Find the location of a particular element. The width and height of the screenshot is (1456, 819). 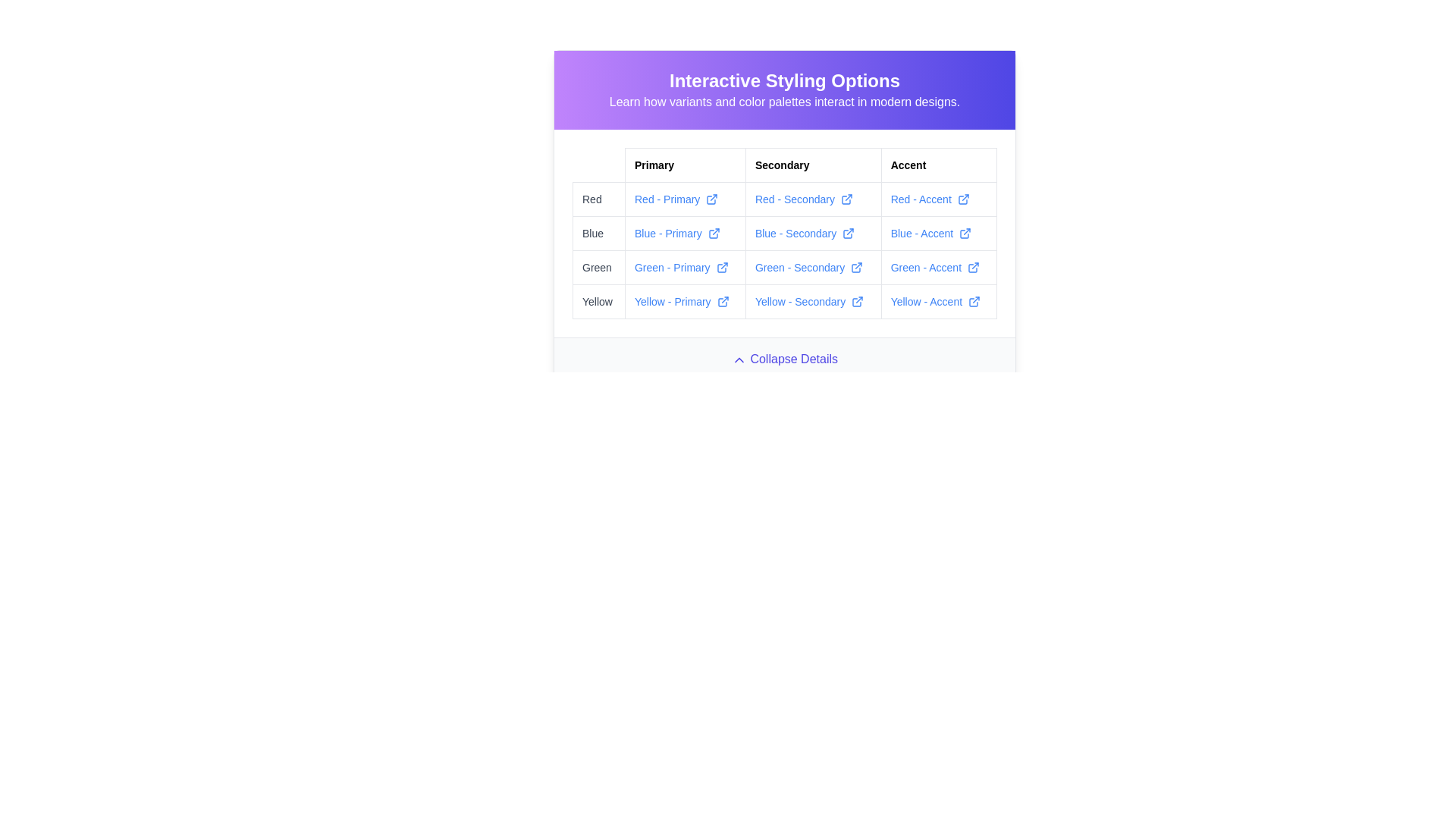

the external link icon located in the bottom row of the table under the 'Secondary' column, adjacent to the text 'Yellow - Secondary' is located at coordinates (858, 301).